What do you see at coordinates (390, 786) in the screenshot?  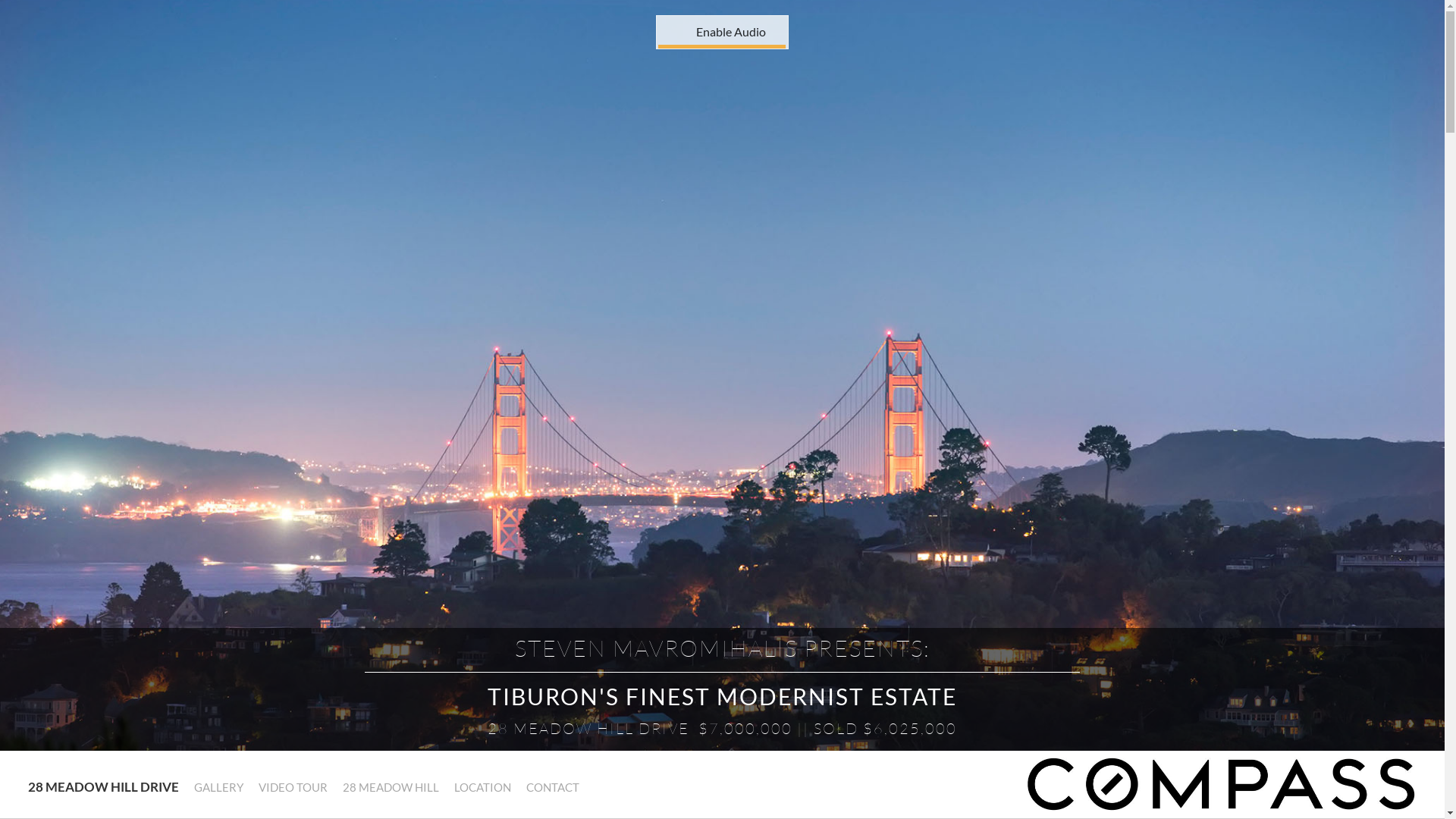 I see `'28 MEADOW HILL'` at bounding box center [390, 786].